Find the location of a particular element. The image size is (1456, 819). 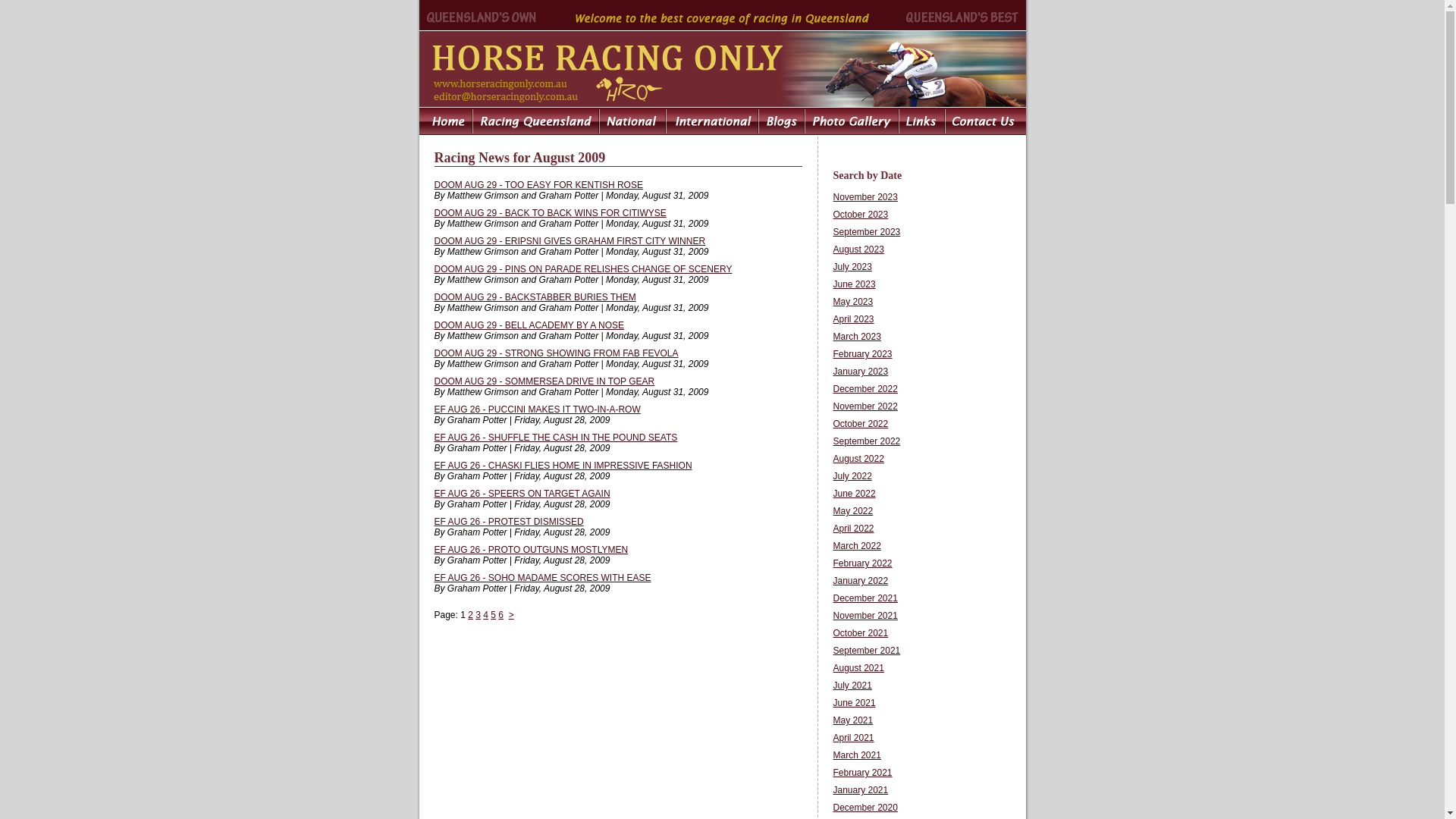

'September 2023' is located at coordinates (866, 231).